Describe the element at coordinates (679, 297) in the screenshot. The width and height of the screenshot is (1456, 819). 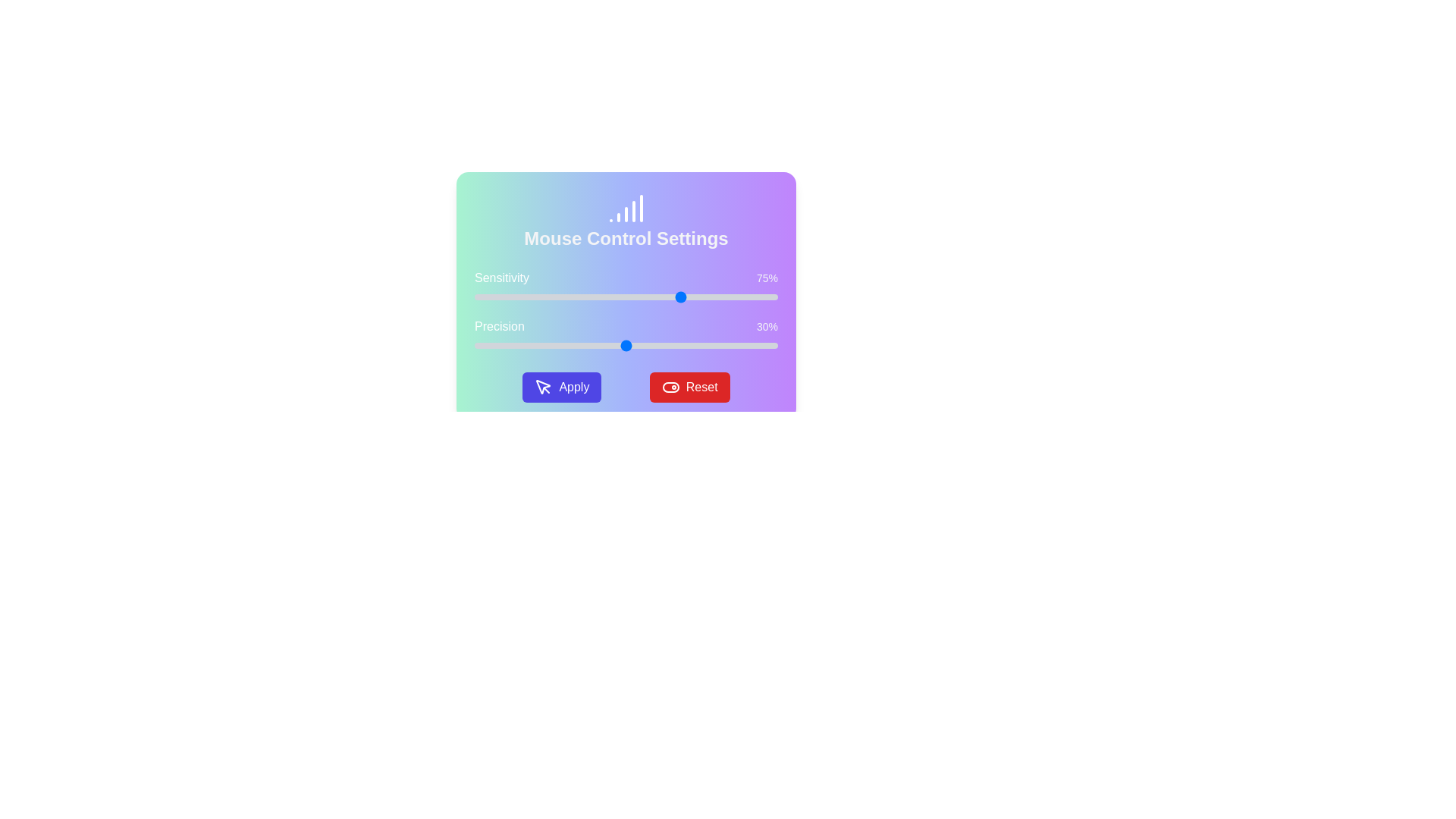
I see `the sensitivity` at that location.